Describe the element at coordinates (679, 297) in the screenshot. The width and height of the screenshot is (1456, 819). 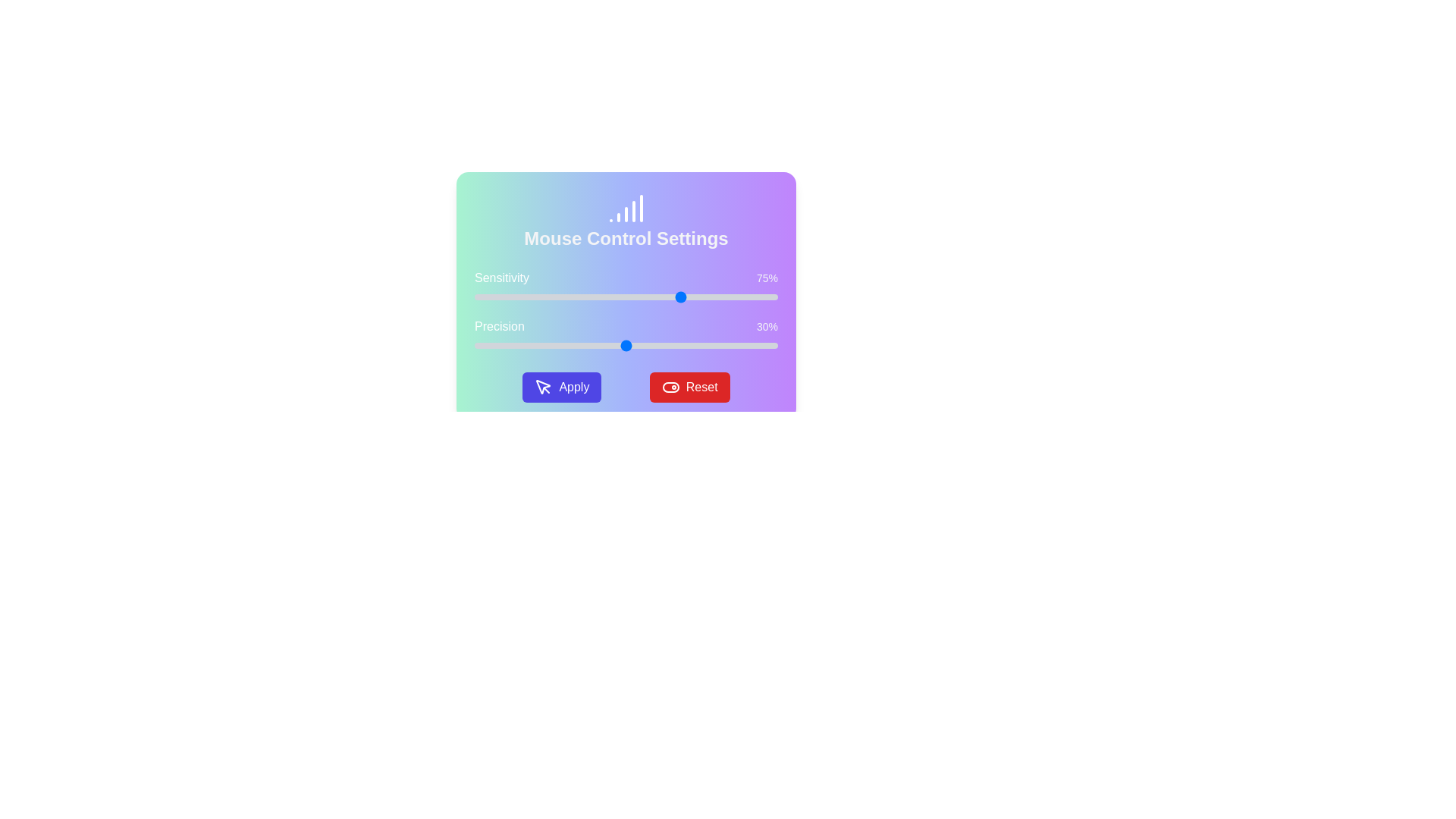
I see `the sensitivity` at that location.